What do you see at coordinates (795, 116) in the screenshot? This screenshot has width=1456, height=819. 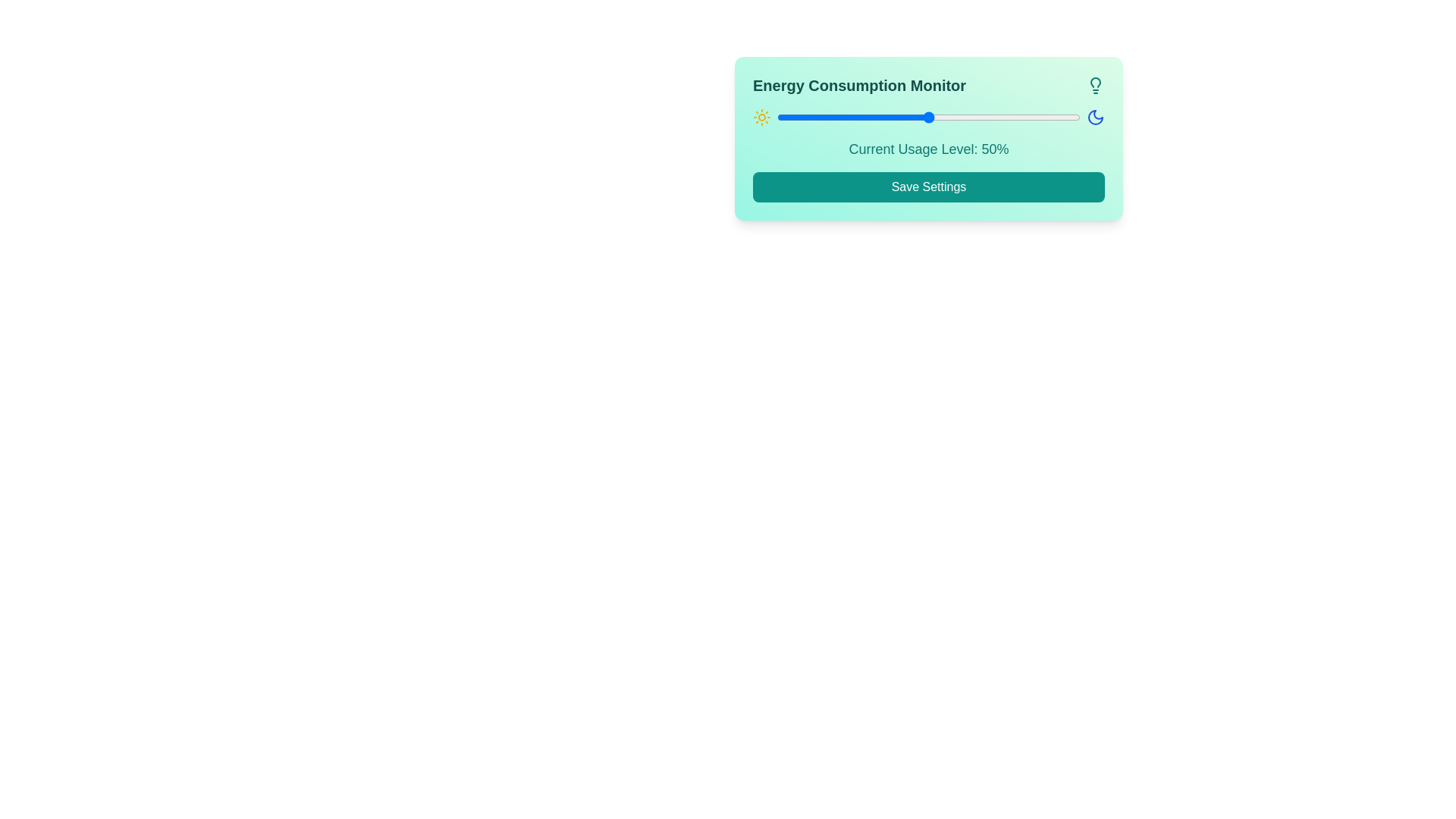 I see `the slider to set the energy usage level to 6%` at bounding box center [795, 116].